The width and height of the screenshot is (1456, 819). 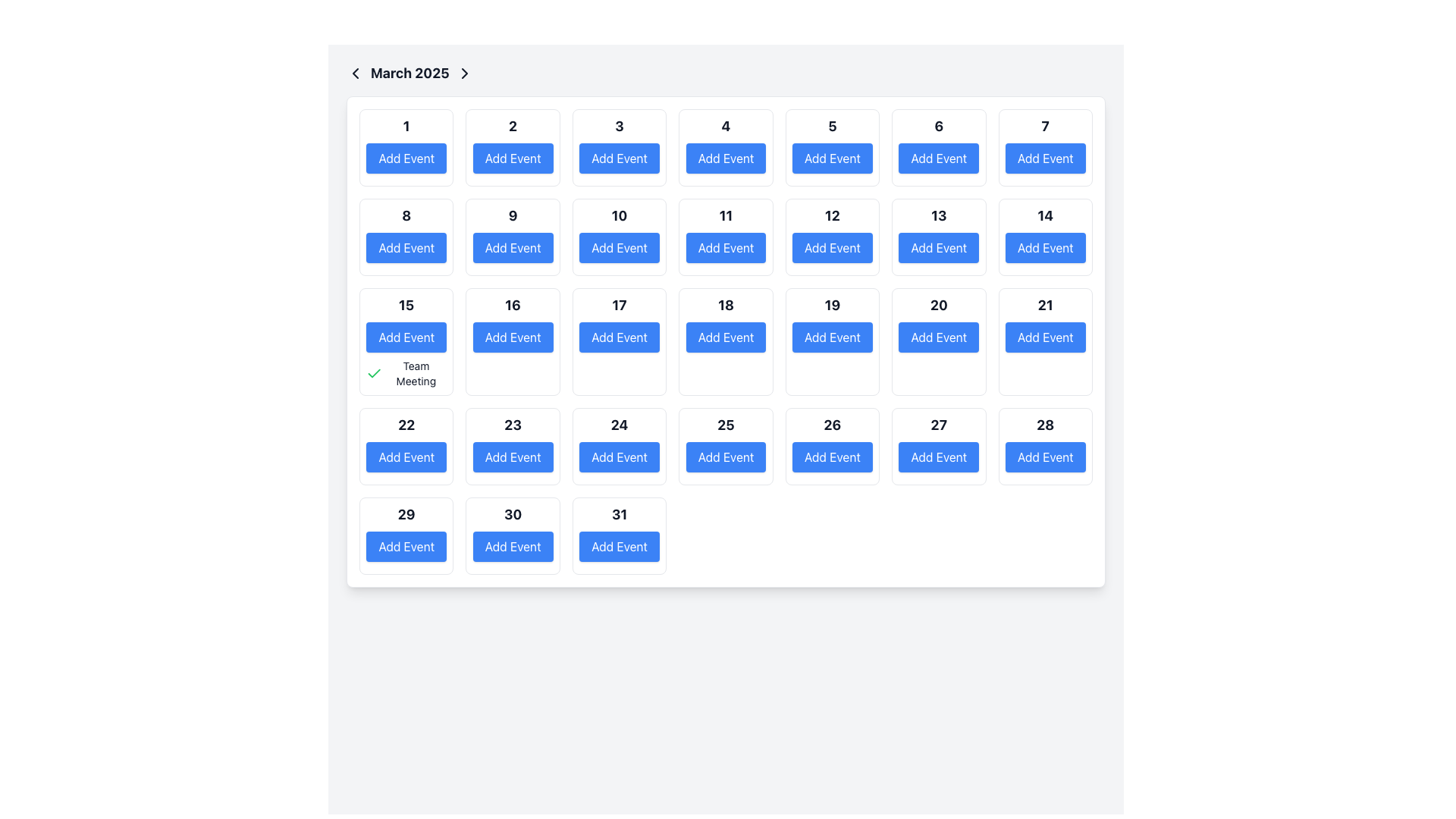 I want to click on the date identifier for March 16, which is positioned in the third row and fourth column of the calendar grid layout, representing the number '16', so click(x=513, y=305).